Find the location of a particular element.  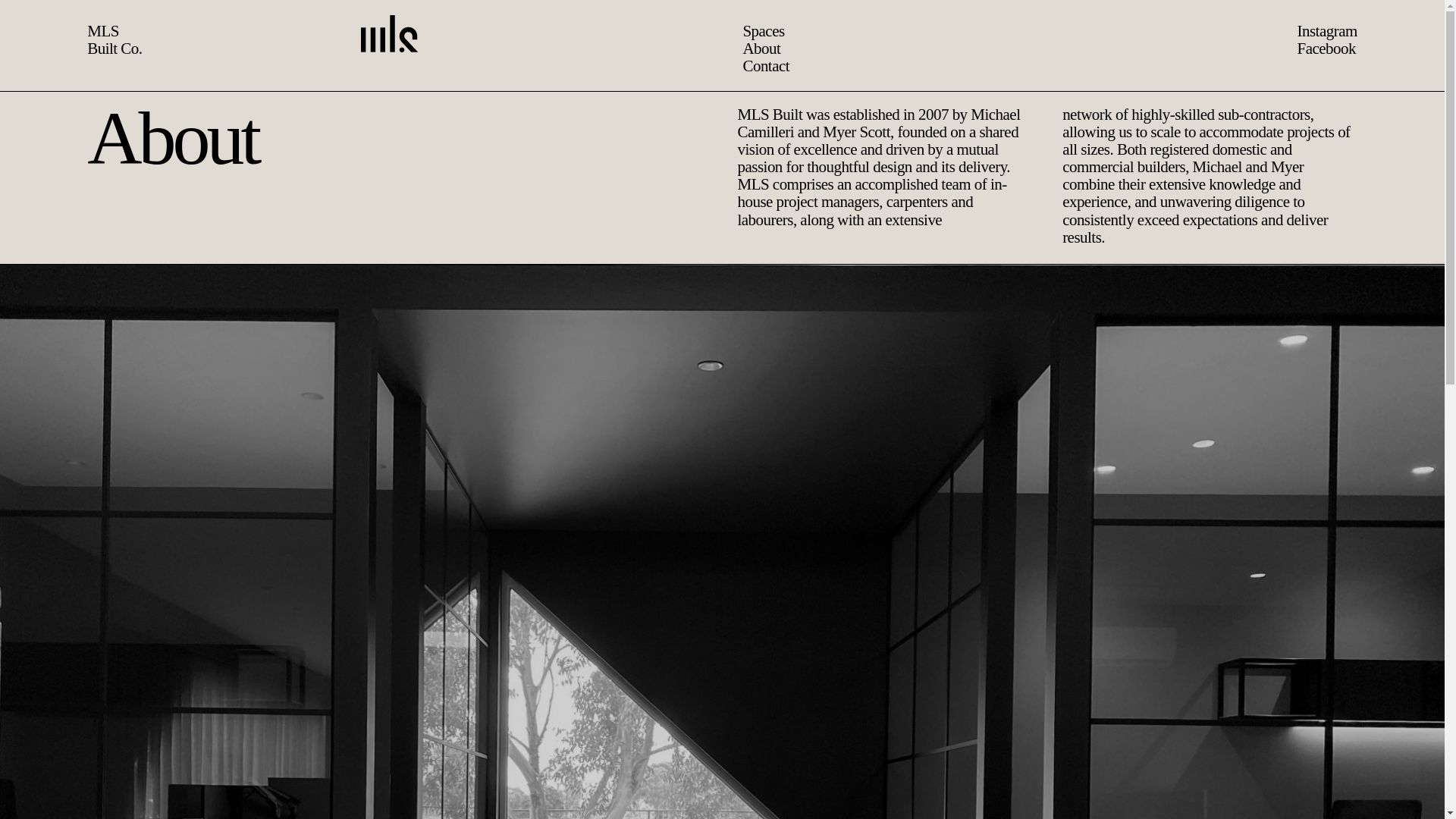

'Contact' is located at coordinates (721, 65).